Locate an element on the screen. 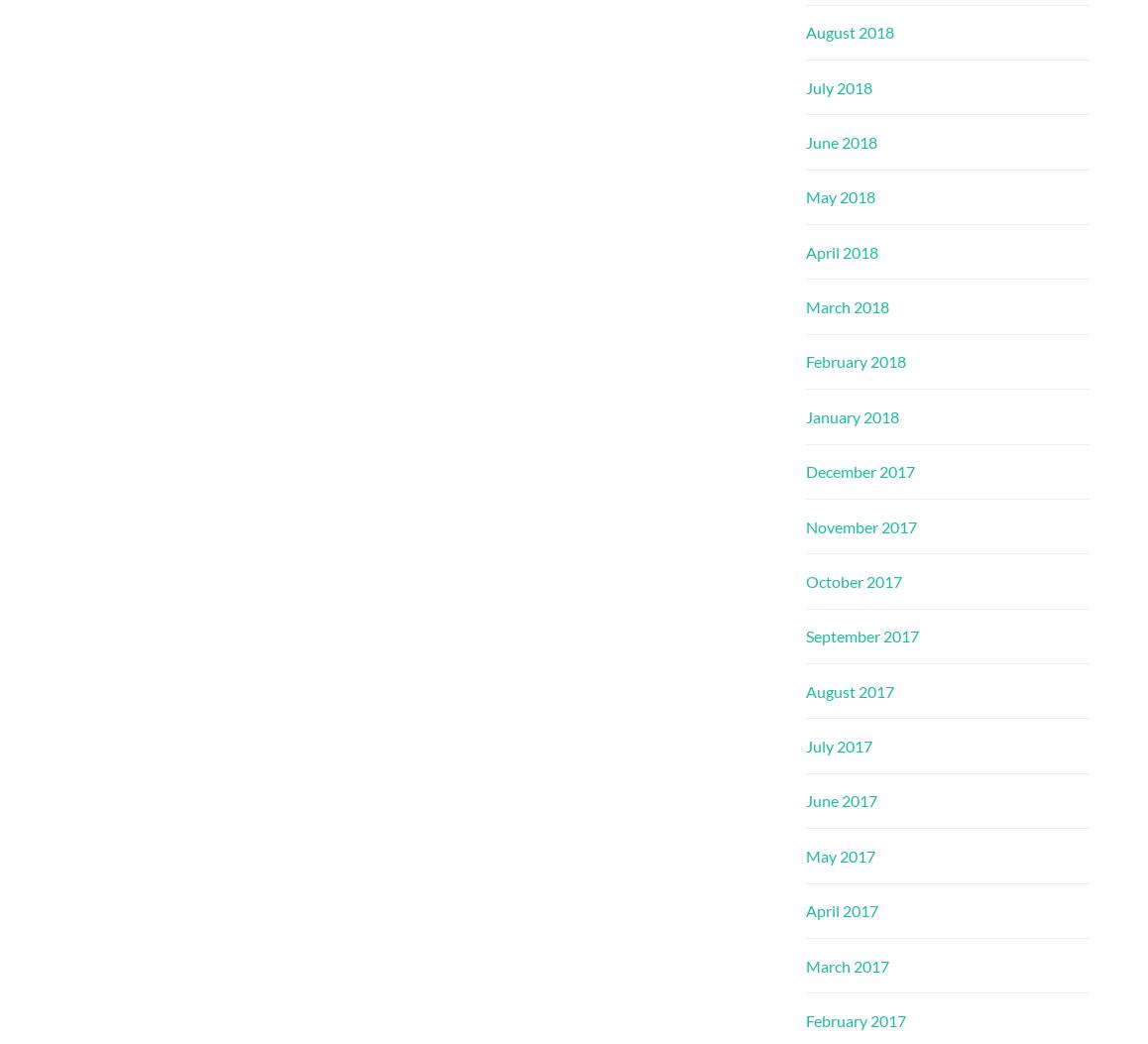  'February 2017' is located at coordinates (855, 1018).